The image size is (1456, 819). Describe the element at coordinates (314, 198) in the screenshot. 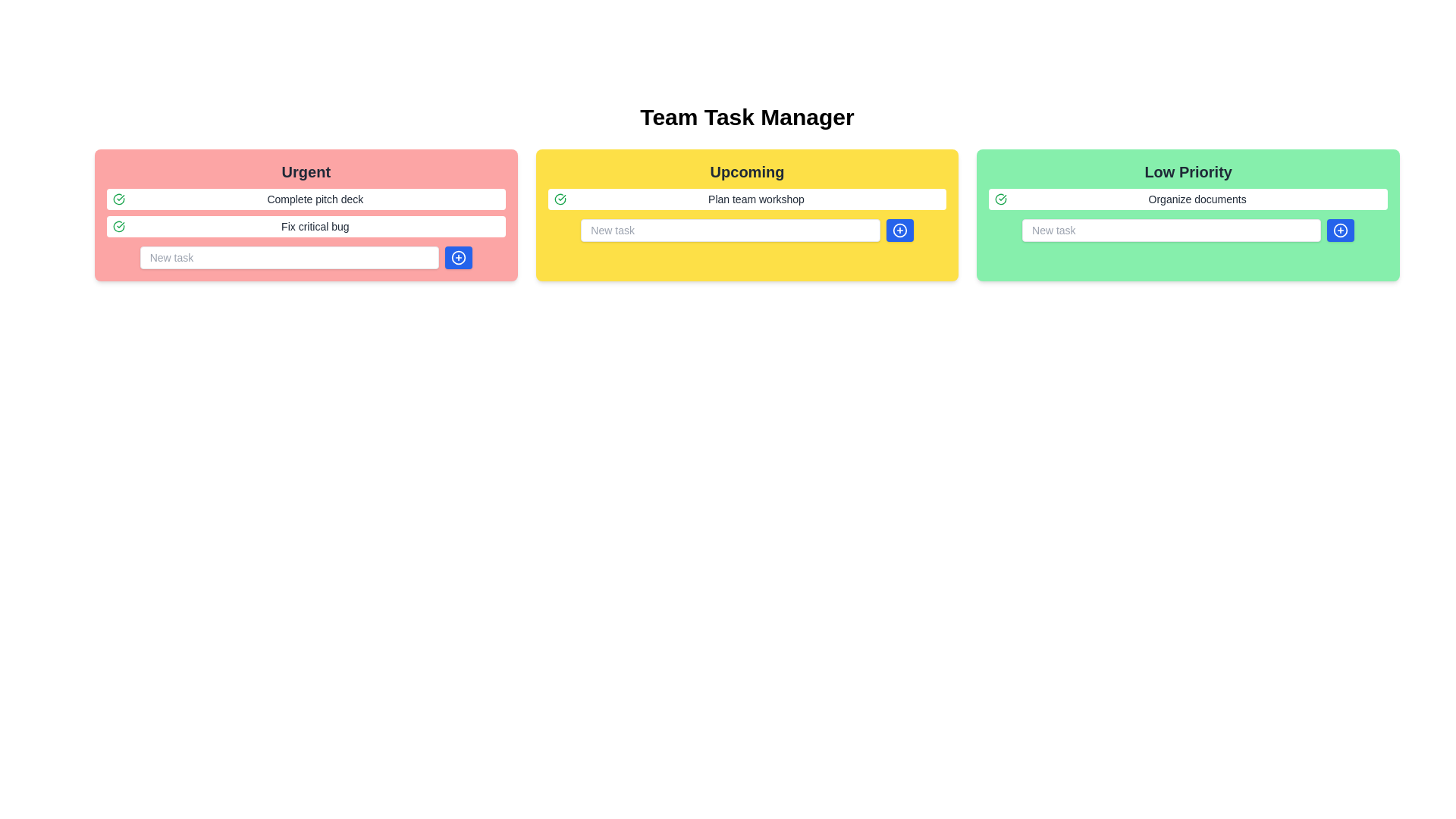

I see `the 'Urgent' task name label, which is the second row of text entries under the 'Urgent' heading in the to-do list` at that location.